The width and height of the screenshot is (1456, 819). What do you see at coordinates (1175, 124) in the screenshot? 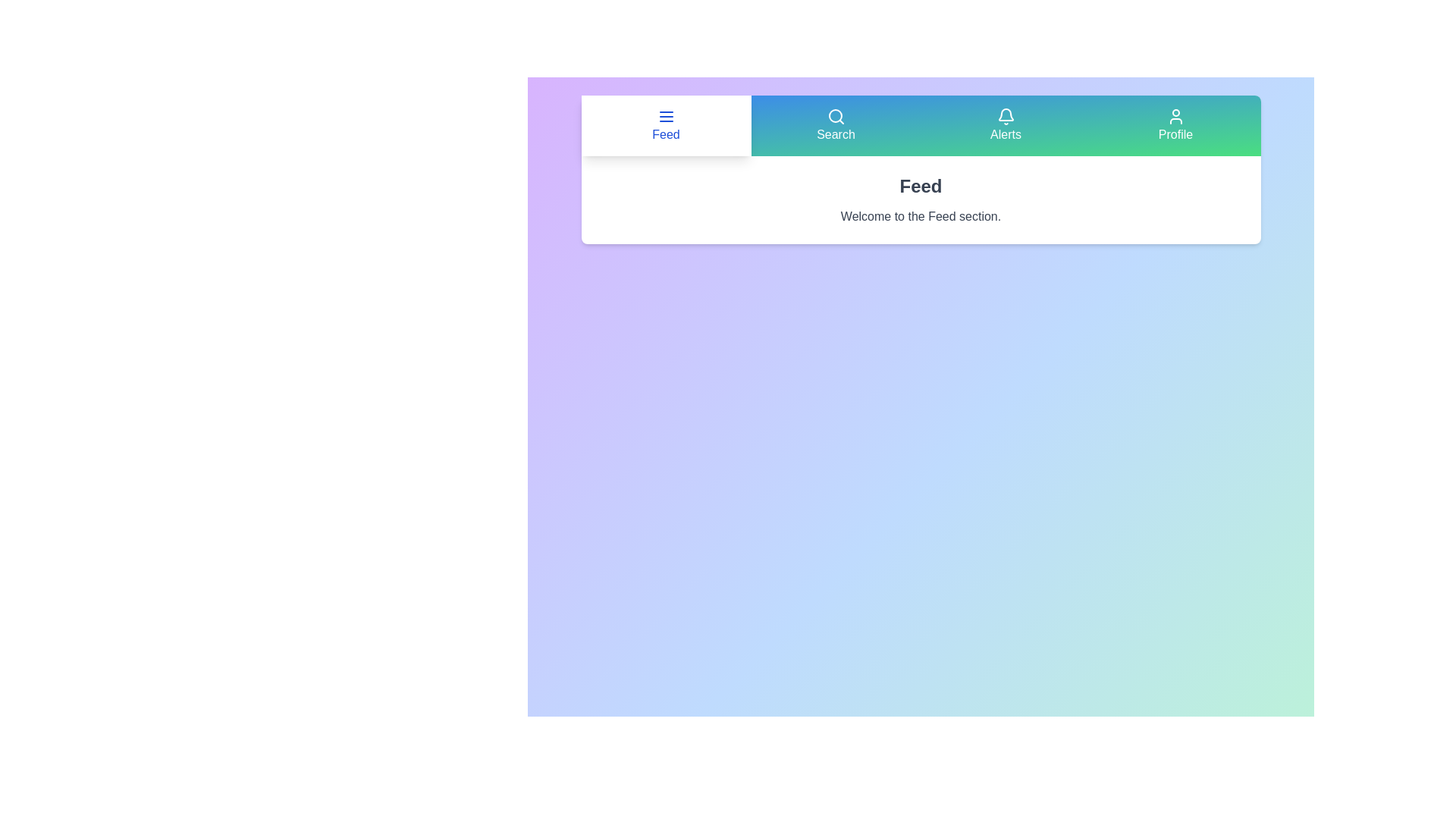
I see `the Profile tab` at bounding box center [1175, 124].